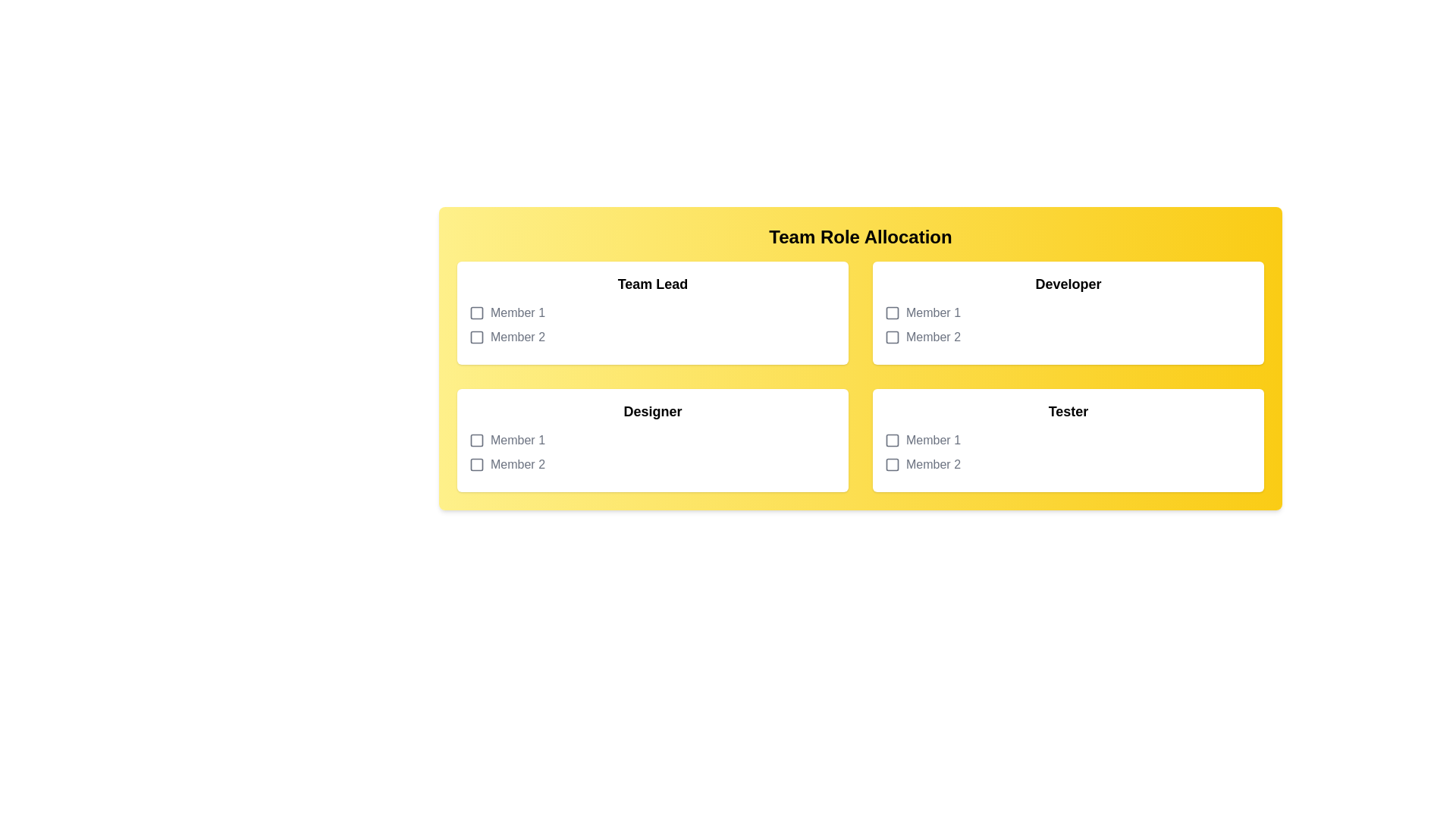  Describe the element at coordinates (475, 336) in the screenshot. I see `the icon next to Team Lead for Member 2 to toggle selection` at that location.